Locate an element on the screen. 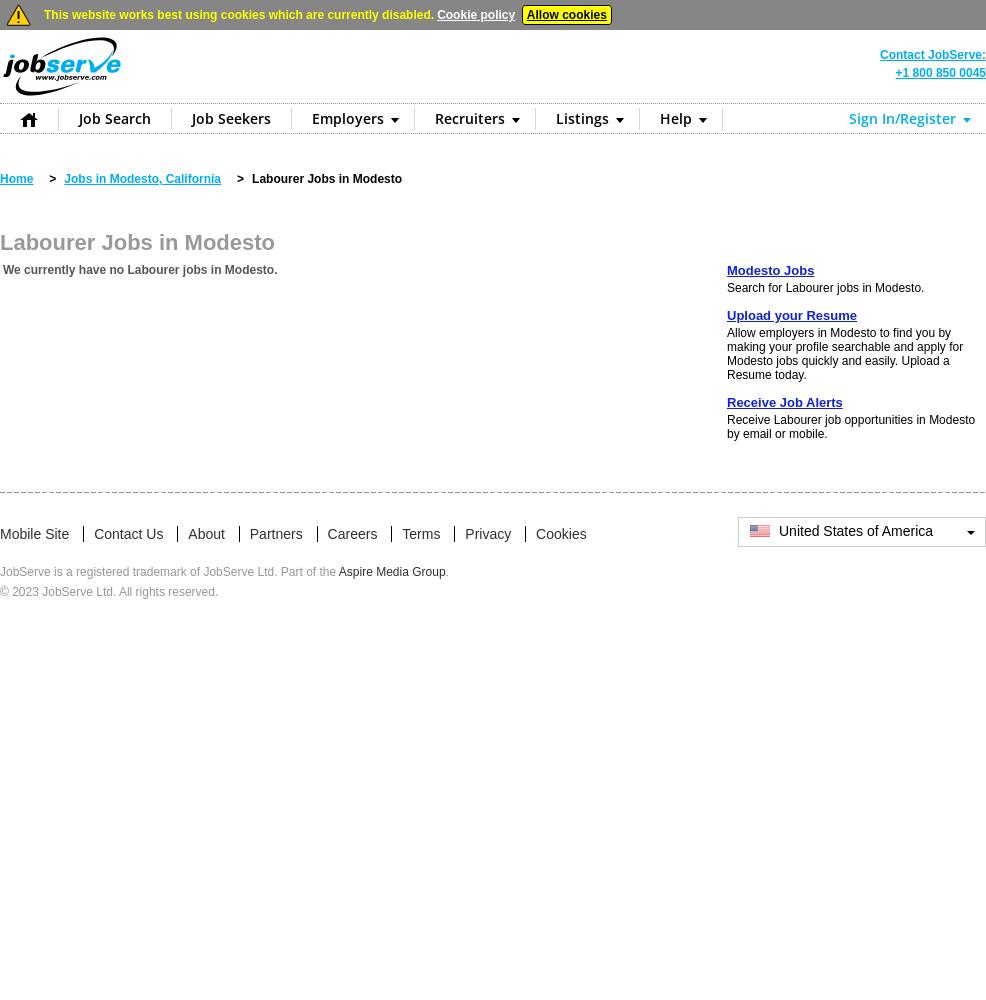 The image size is (986, 1000). 'Labourer Jobs in Modesto' is located at coordinates (137, 241).